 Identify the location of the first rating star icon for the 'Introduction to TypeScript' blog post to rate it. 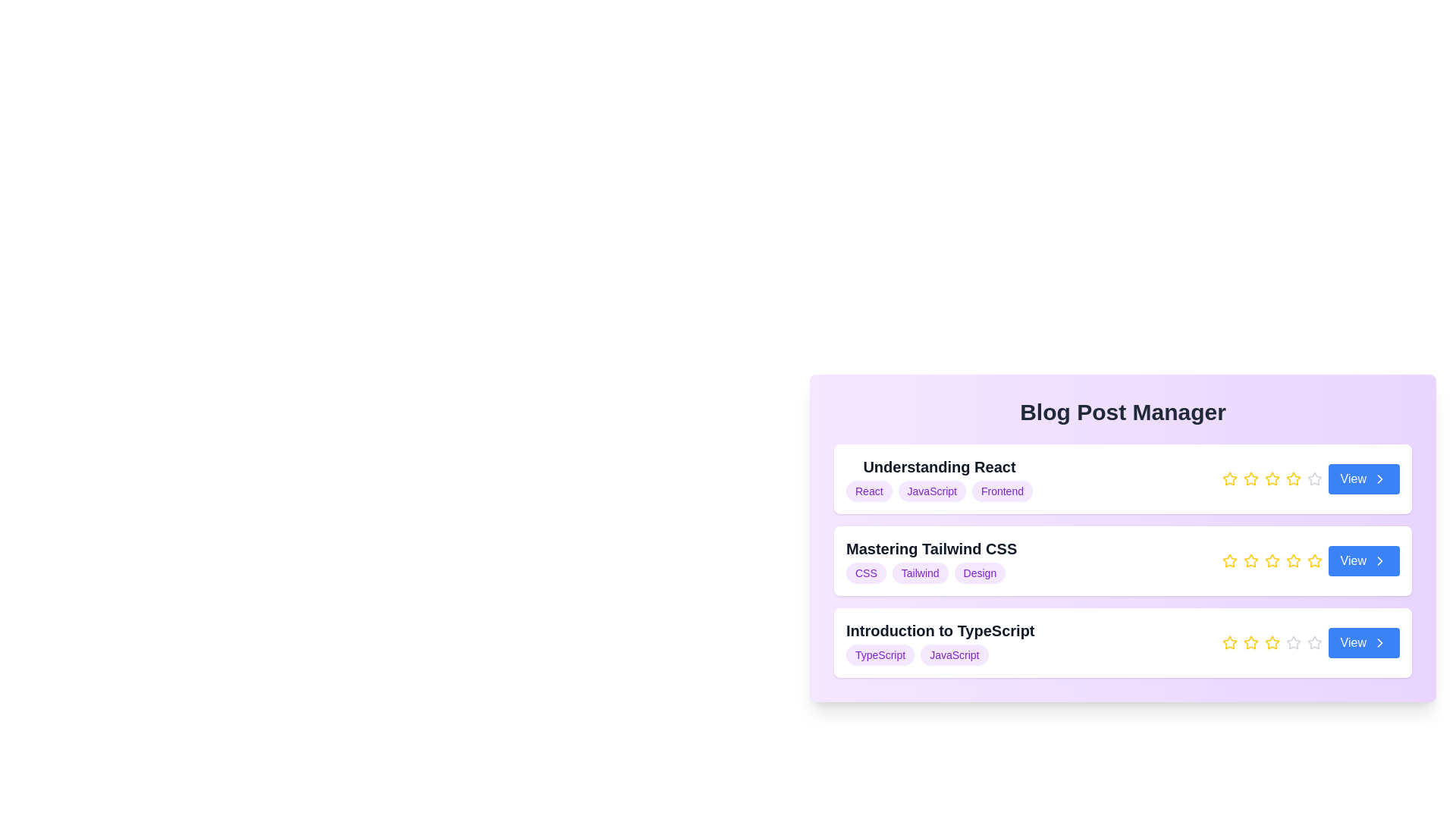
(1229, 642).